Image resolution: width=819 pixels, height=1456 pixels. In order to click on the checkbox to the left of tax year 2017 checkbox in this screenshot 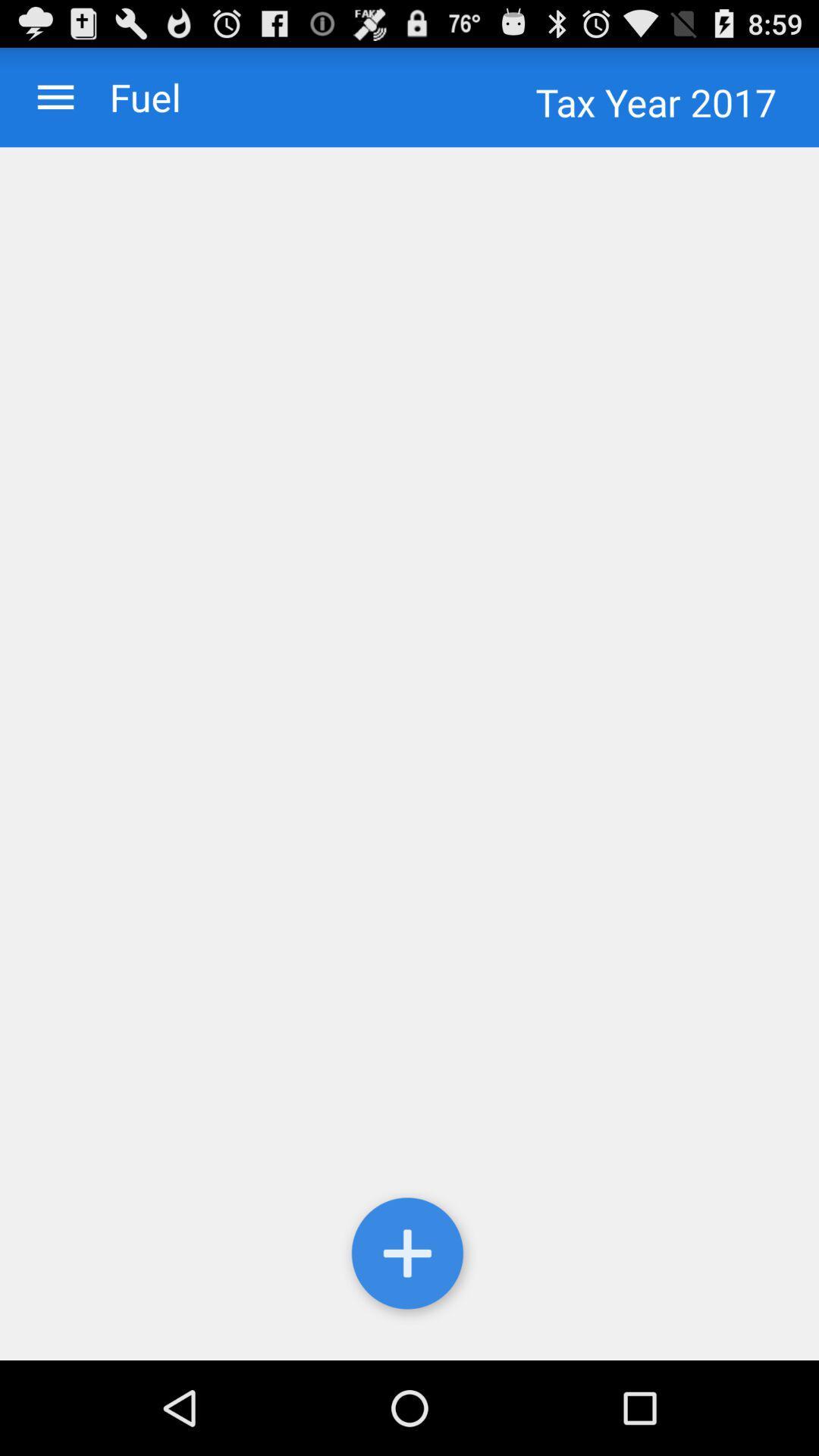, I will do `click(129, 96)`.